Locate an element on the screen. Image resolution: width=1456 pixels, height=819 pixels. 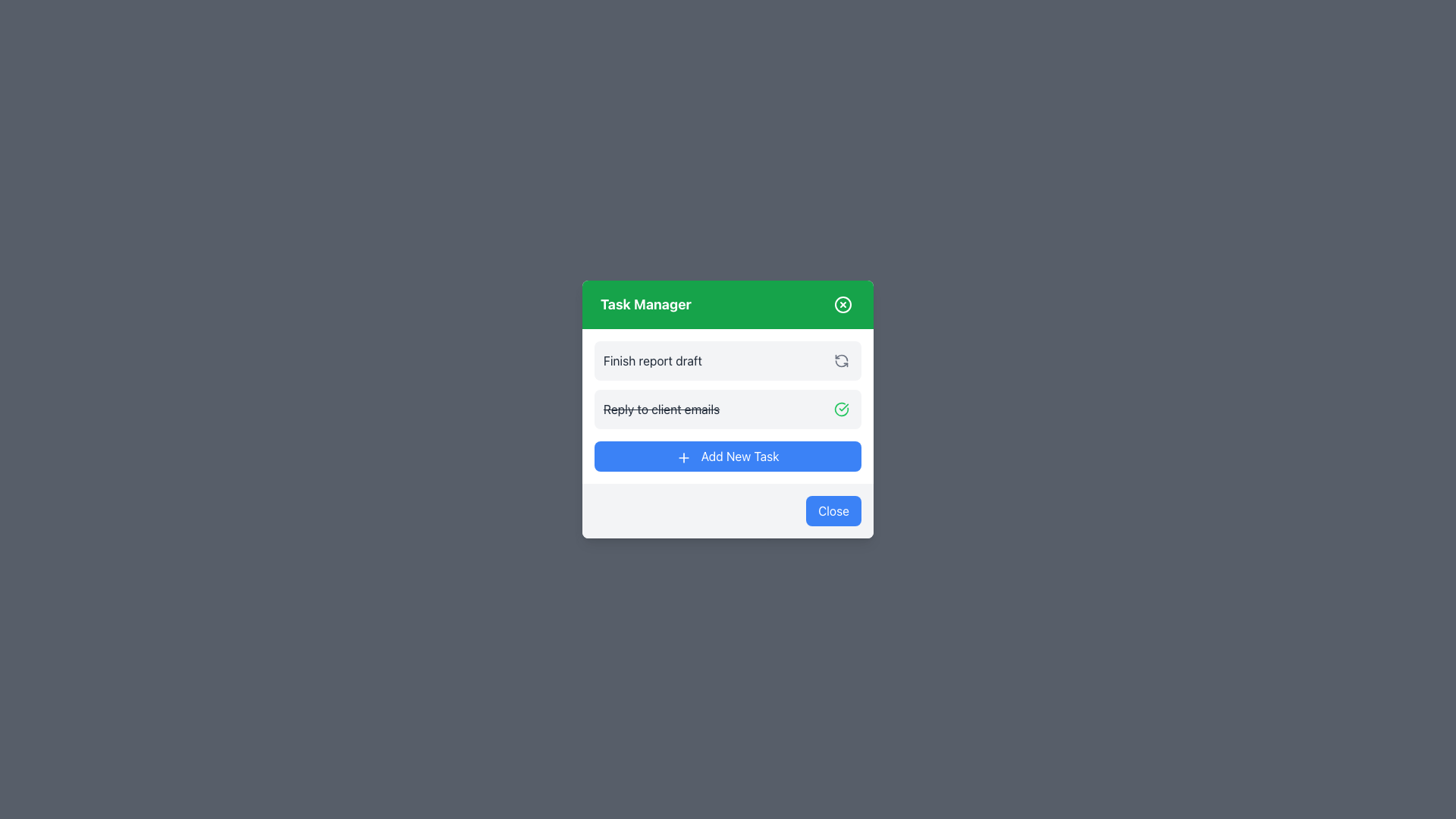
'Task Manager' label, which is a bold text label in white on a green background, centrally positioned in the top green bar of the modal is located at coordinates (645, 304).